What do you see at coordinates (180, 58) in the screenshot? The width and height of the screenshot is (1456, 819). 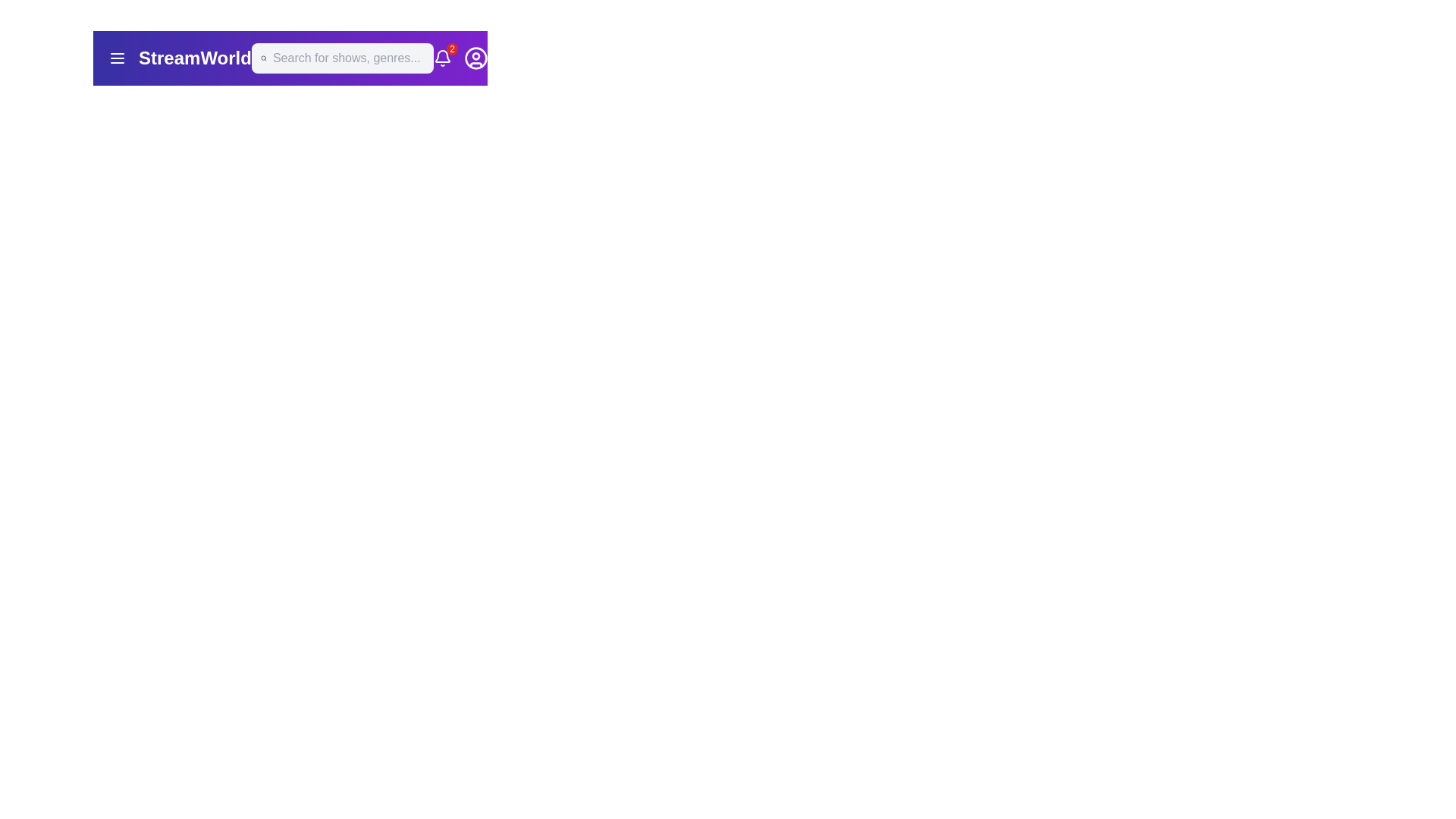 I see `the prominent text label "StreamWorld" located to the right of the menu icon in the header bar` at bounding box center [180, 58].